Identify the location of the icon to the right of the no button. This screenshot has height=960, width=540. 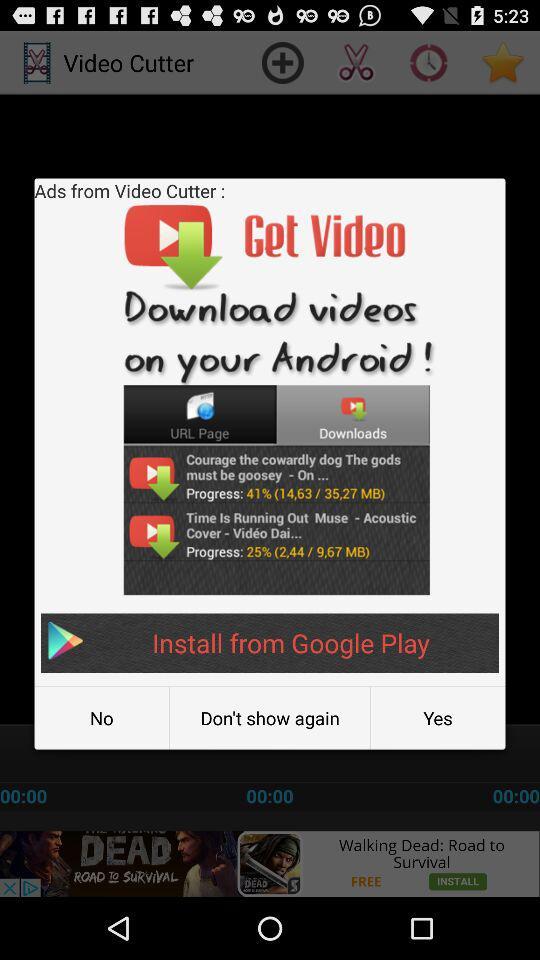
(270, 718).